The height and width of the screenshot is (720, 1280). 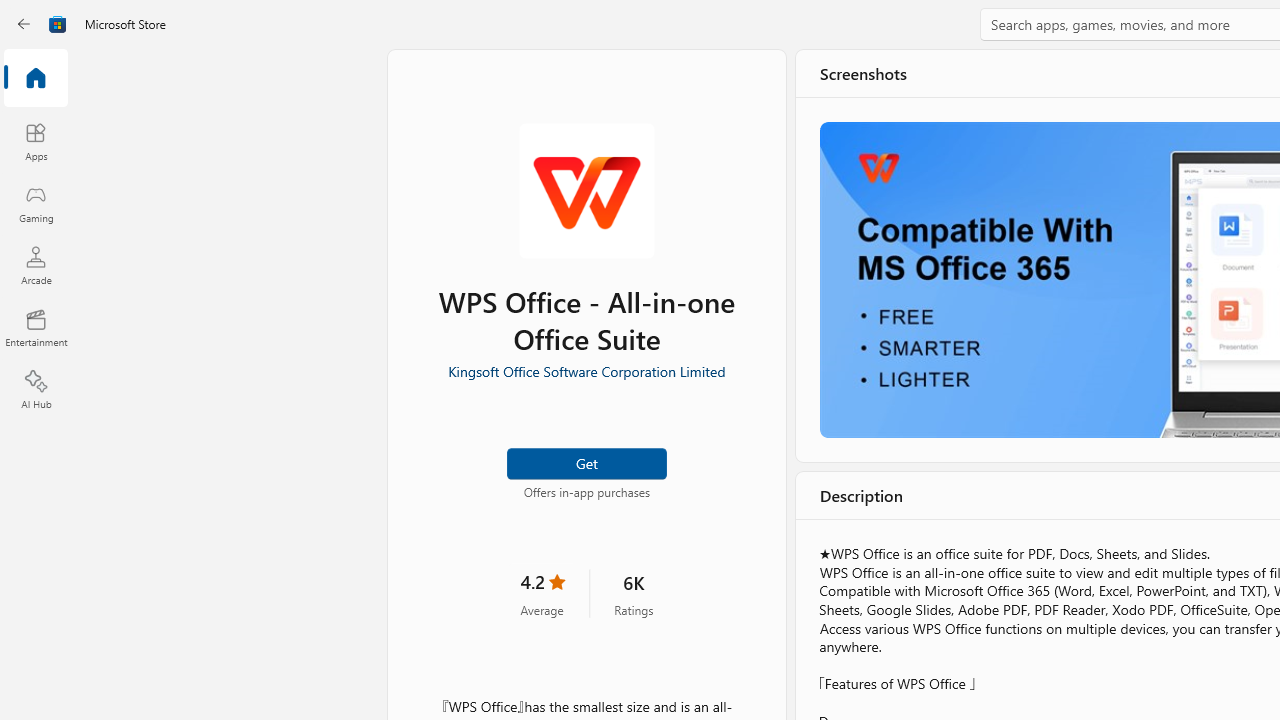 What do you see at coordinates (35, 78) in the screenshot?
I see `'Home'` at bounding box center [35, 78].